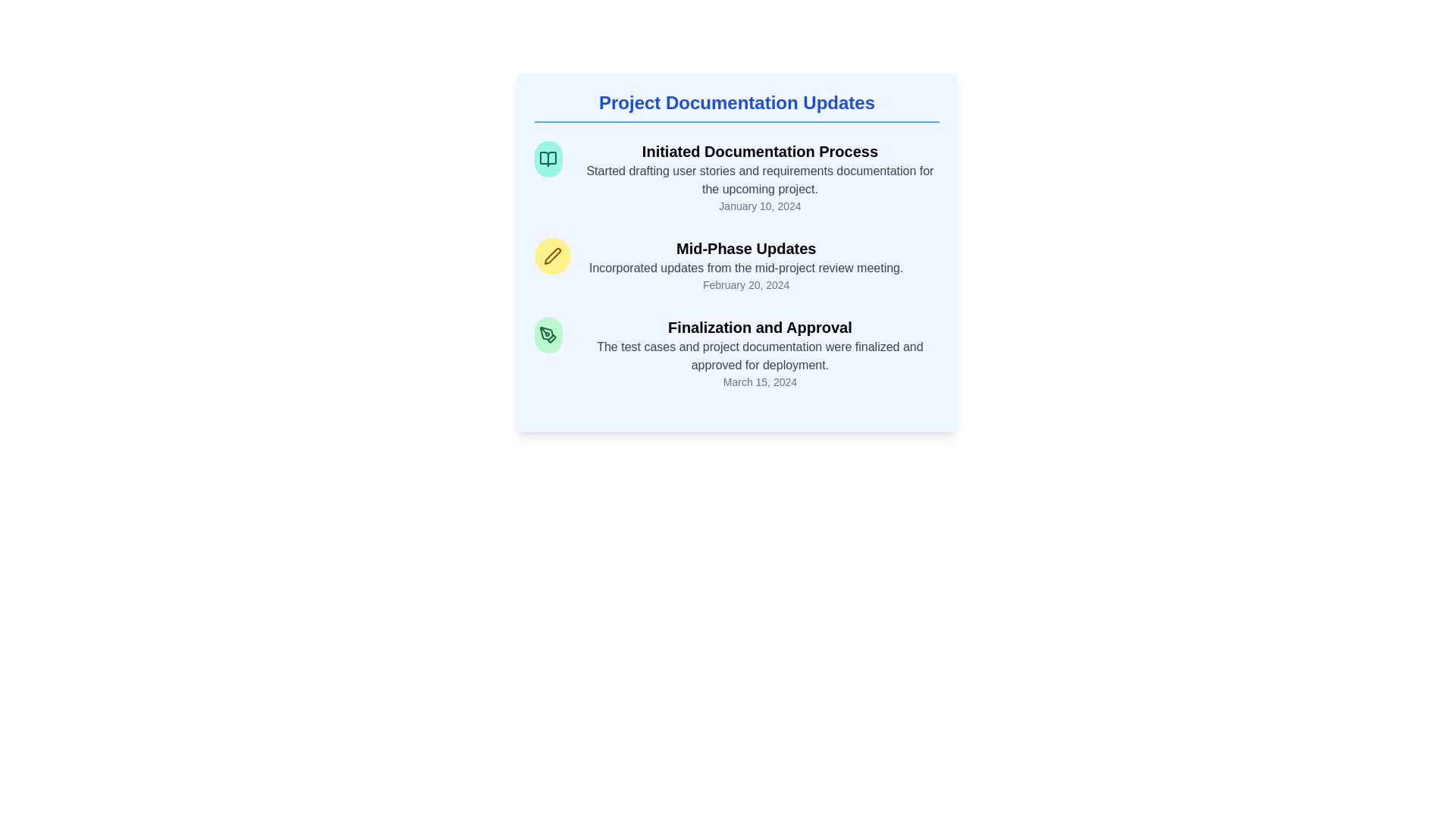 The image size is (1456, 819). What do you see at coordinates (746, 284) in the screenshot?
I see `date displayed on the text label located below the 'Mid-Phase Updates' section, which is the third element in a vertical arrangement` at bounding box center [746, 284].